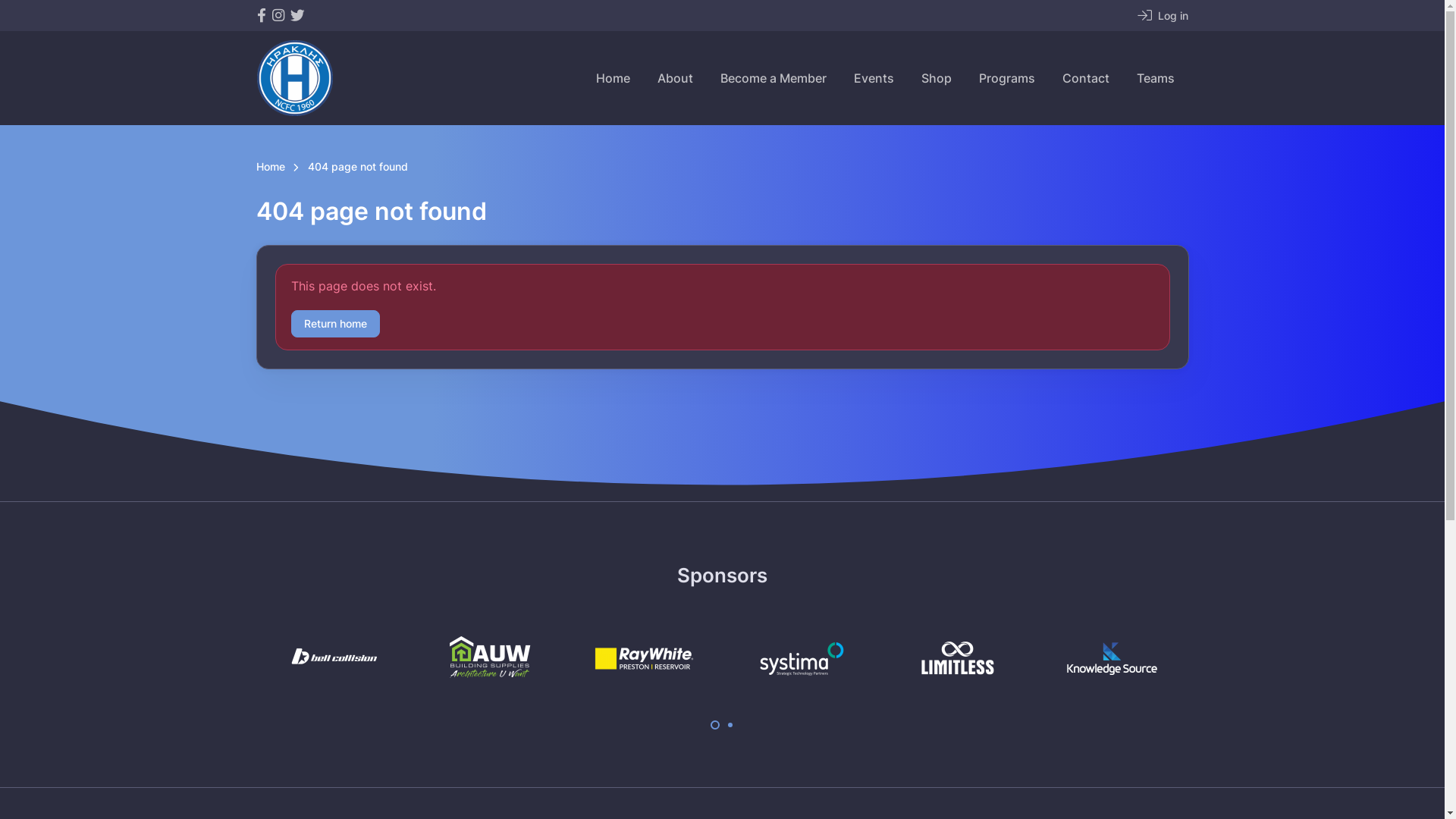 The height and width of the screenshot is (819, 1456). Describe the element at coordinates (261, 15) in the screenshot. I see `'Northcote City Football Club on Facebook'` at that location.